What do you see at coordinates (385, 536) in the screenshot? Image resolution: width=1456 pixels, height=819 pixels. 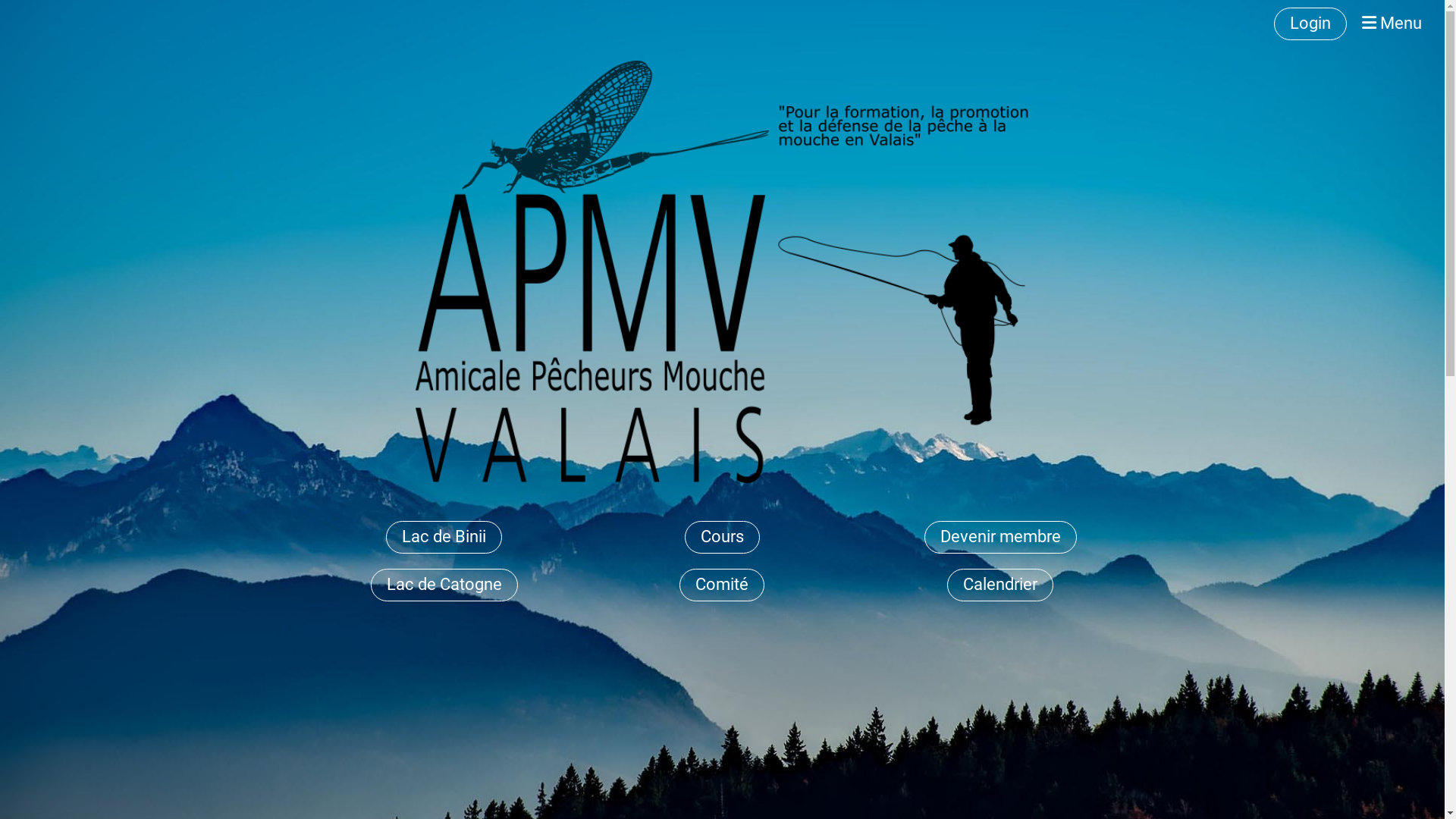 I see `'Lac de Binii'` at bounding box center [385, 536].